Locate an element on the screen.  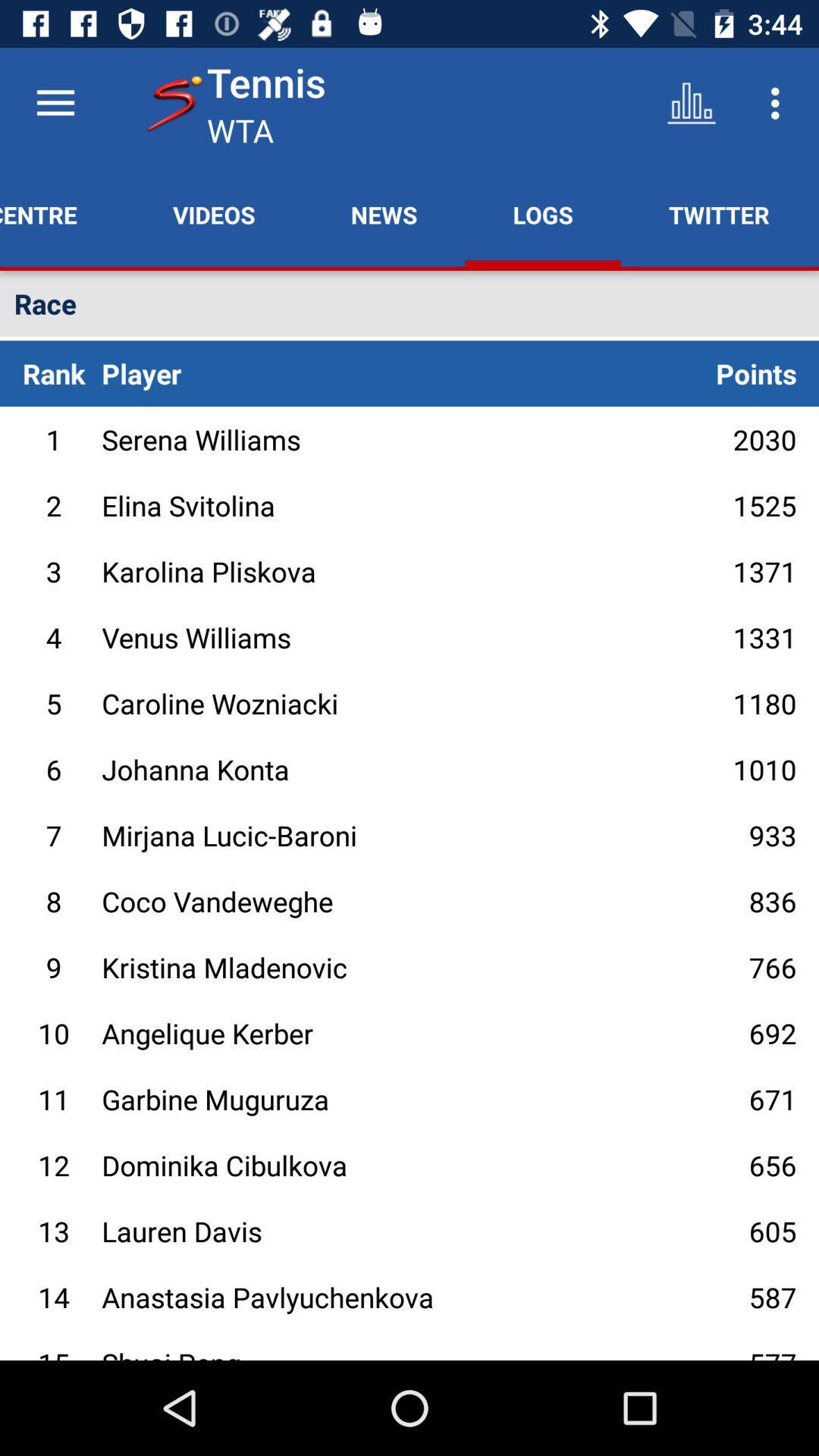
dashboard is located at coordinates (55, 102).